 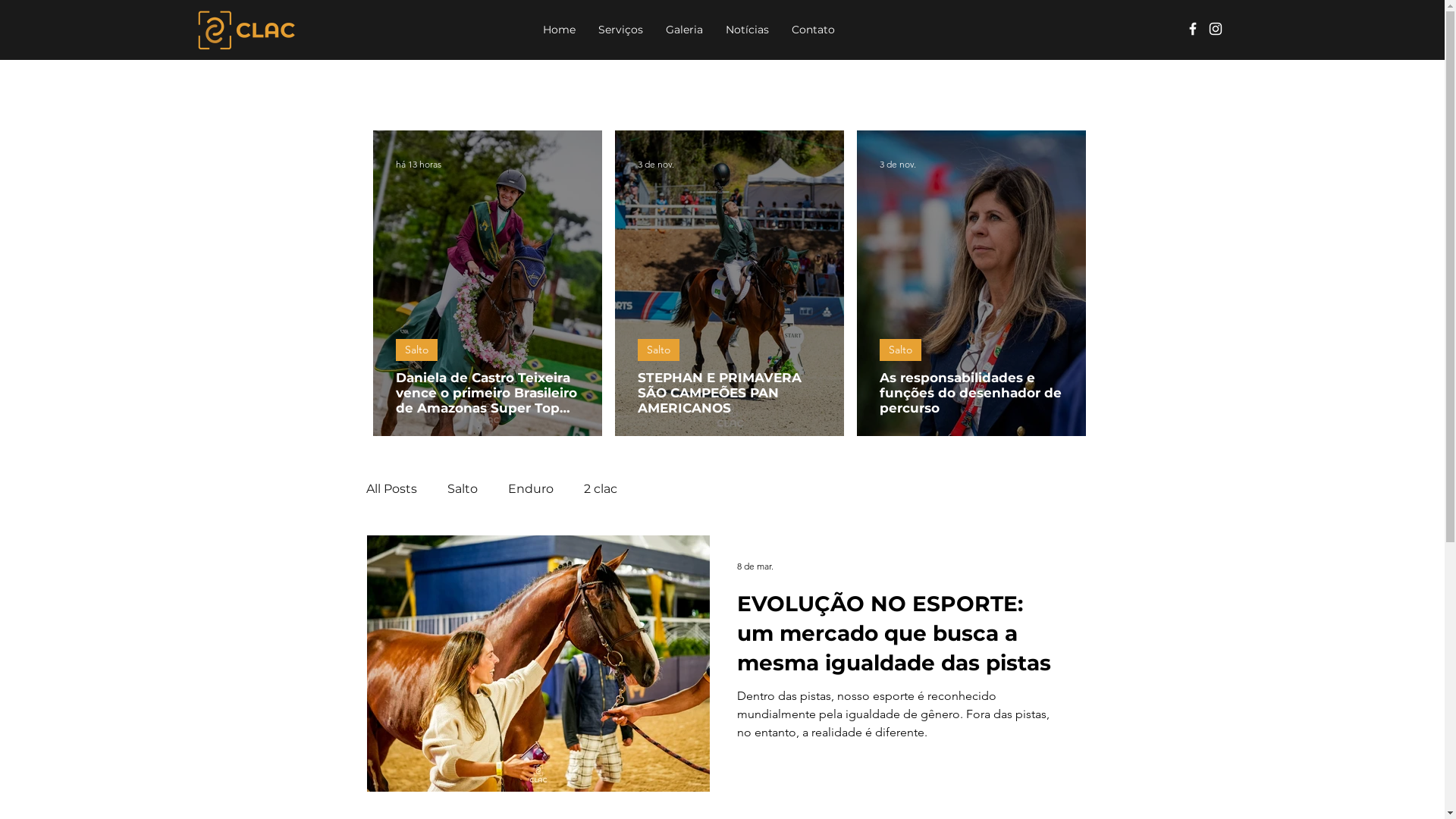 I want to click on 'Home', so click(x=558, y=30).